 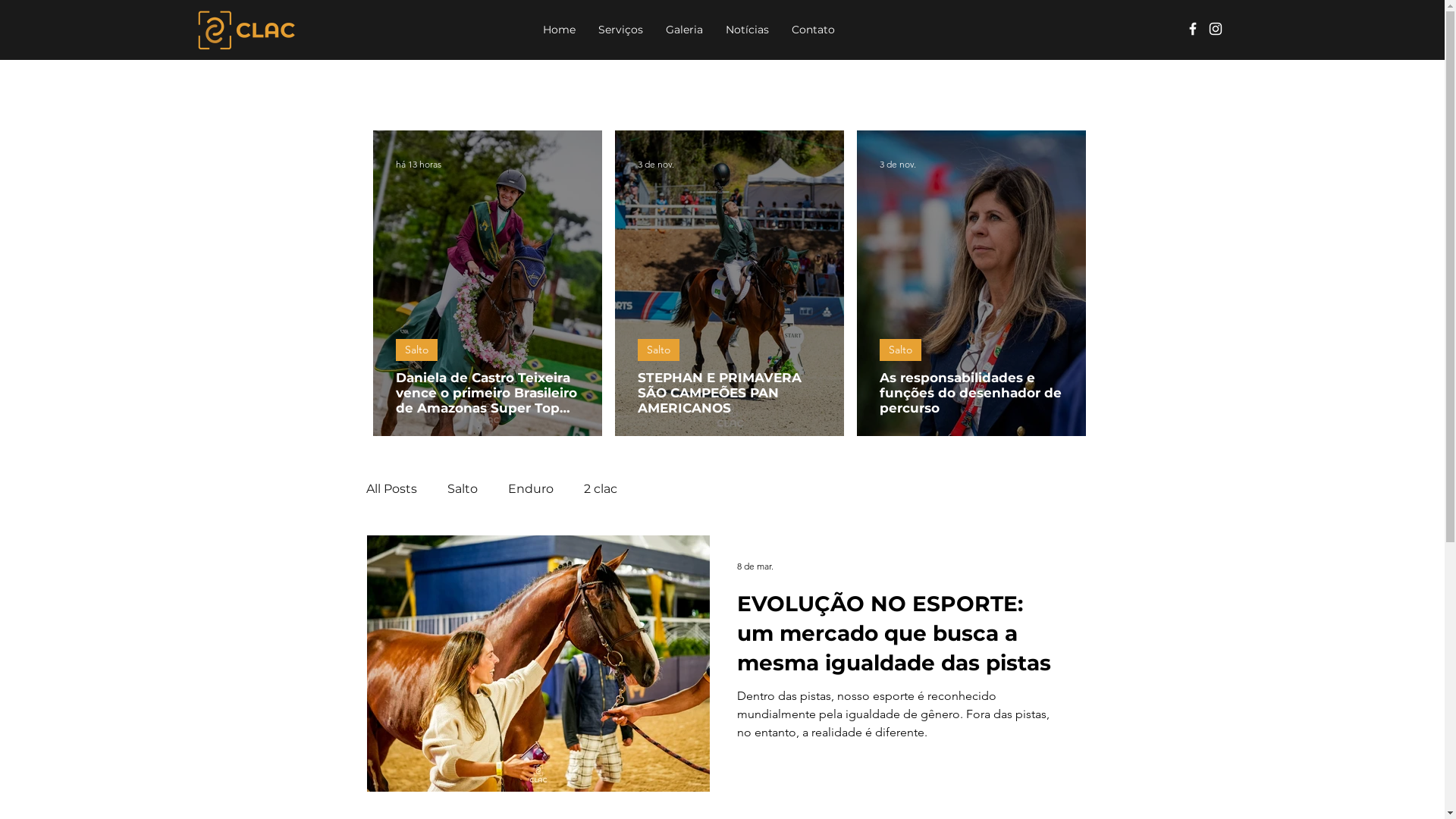 I want to click on 'Home', so click(x=558, y=30).